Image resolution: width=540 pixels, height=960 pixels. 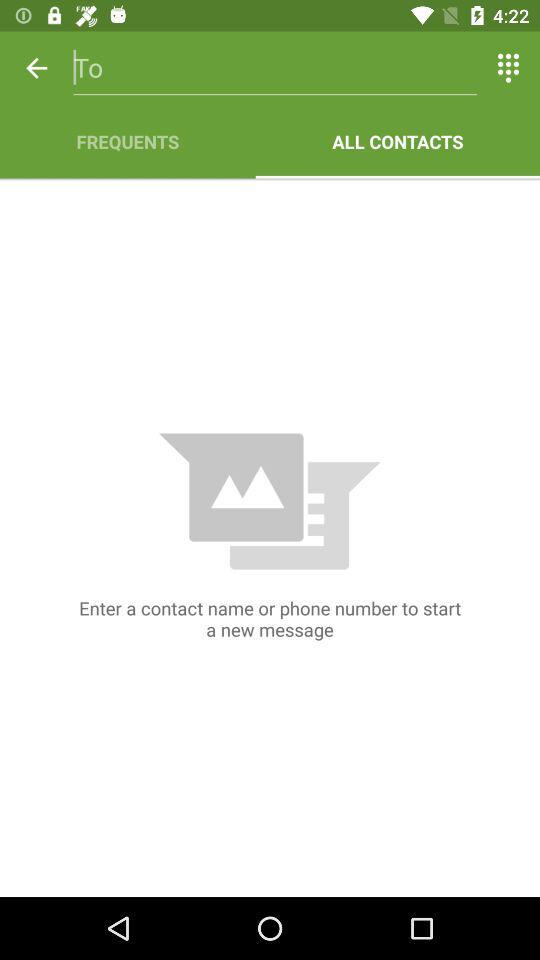 What do you see at coordinates (127, 140) in the screenshot?
I see `the frequents item` at bounding box center [127, 140].